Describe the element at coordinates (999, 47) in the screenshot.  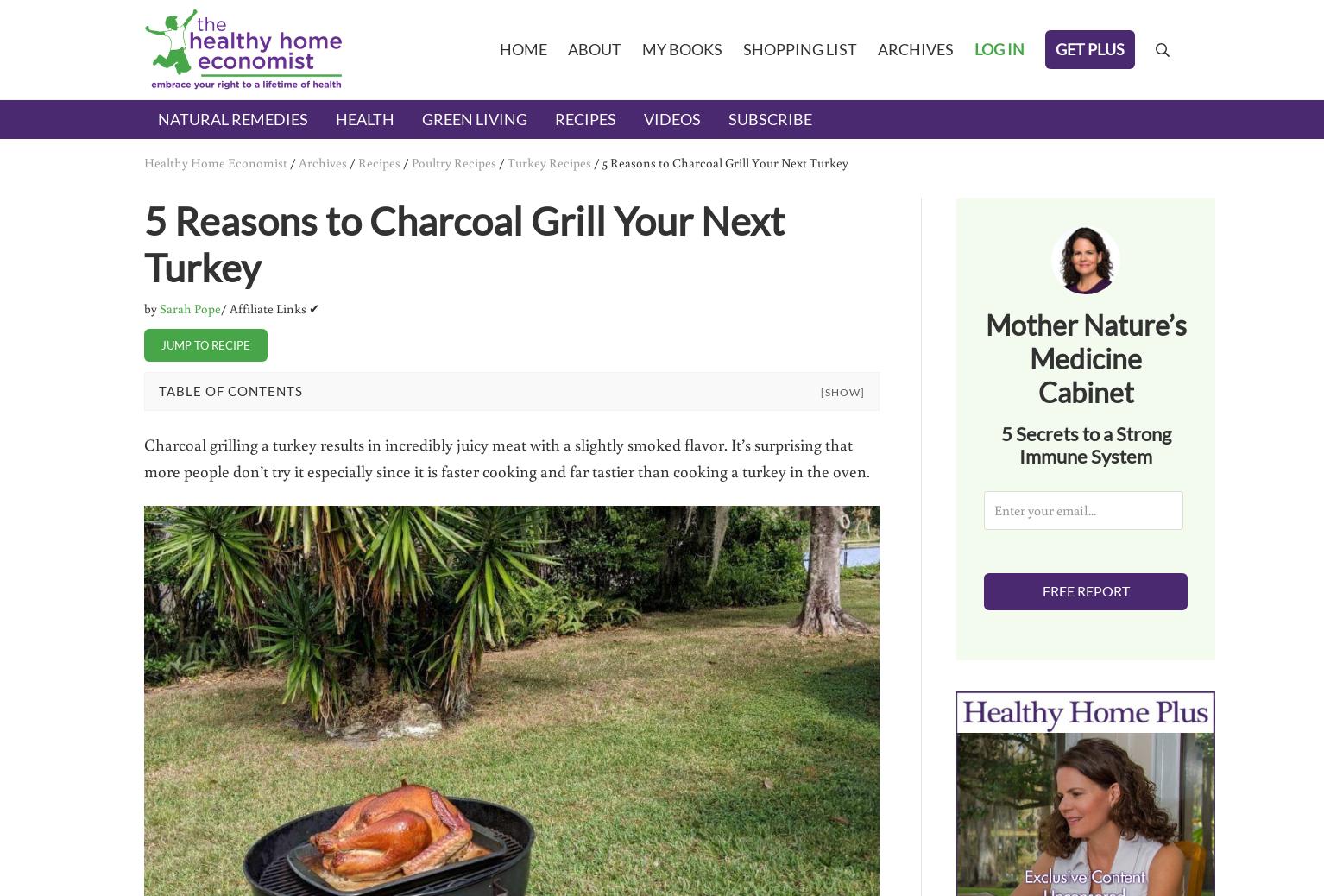
I see `'Log in'` at that location.